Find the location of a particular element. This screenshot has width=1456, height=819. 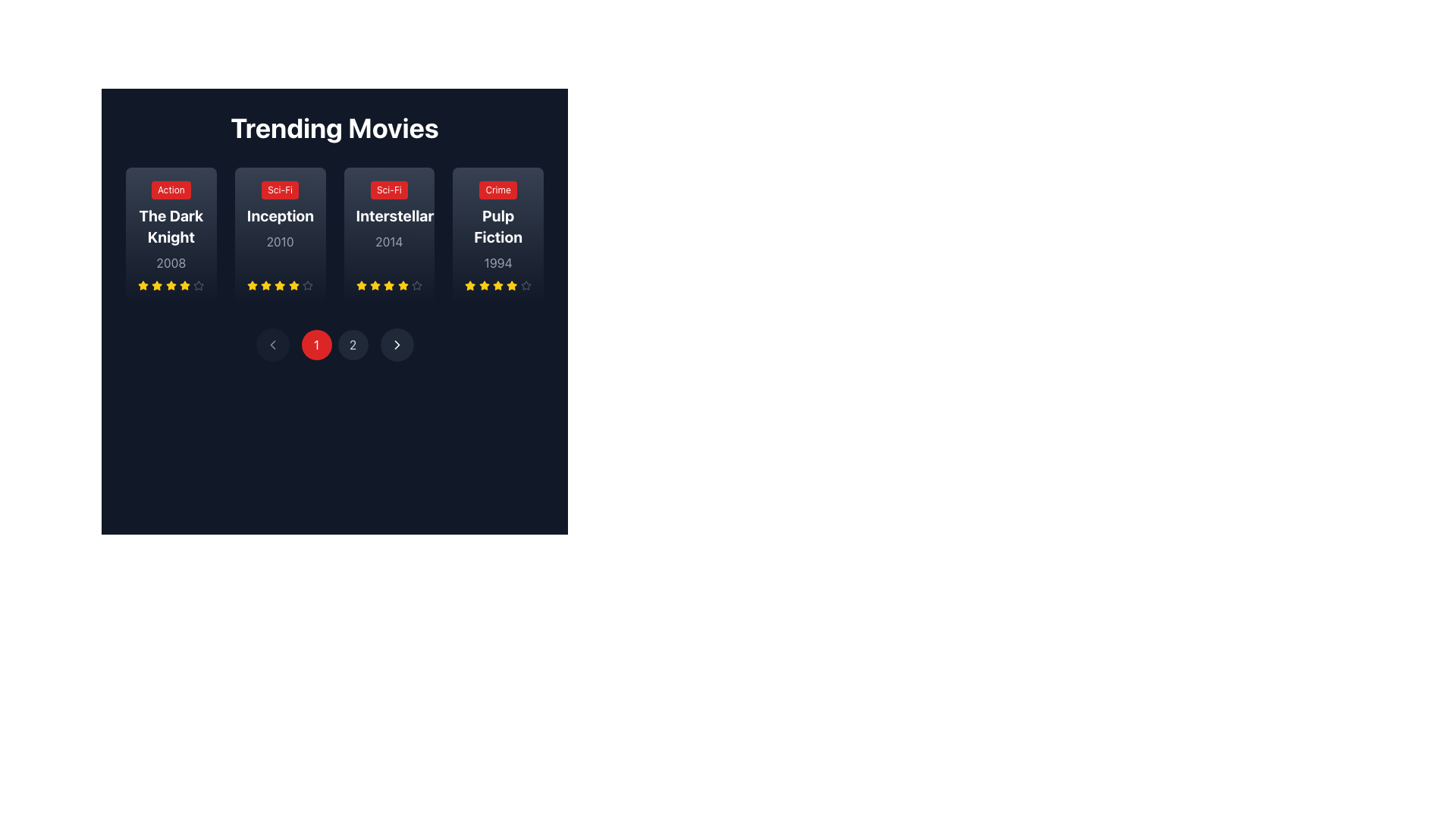

the pagination button located at the bottom center of the interface is located at coordinates (397, 344).